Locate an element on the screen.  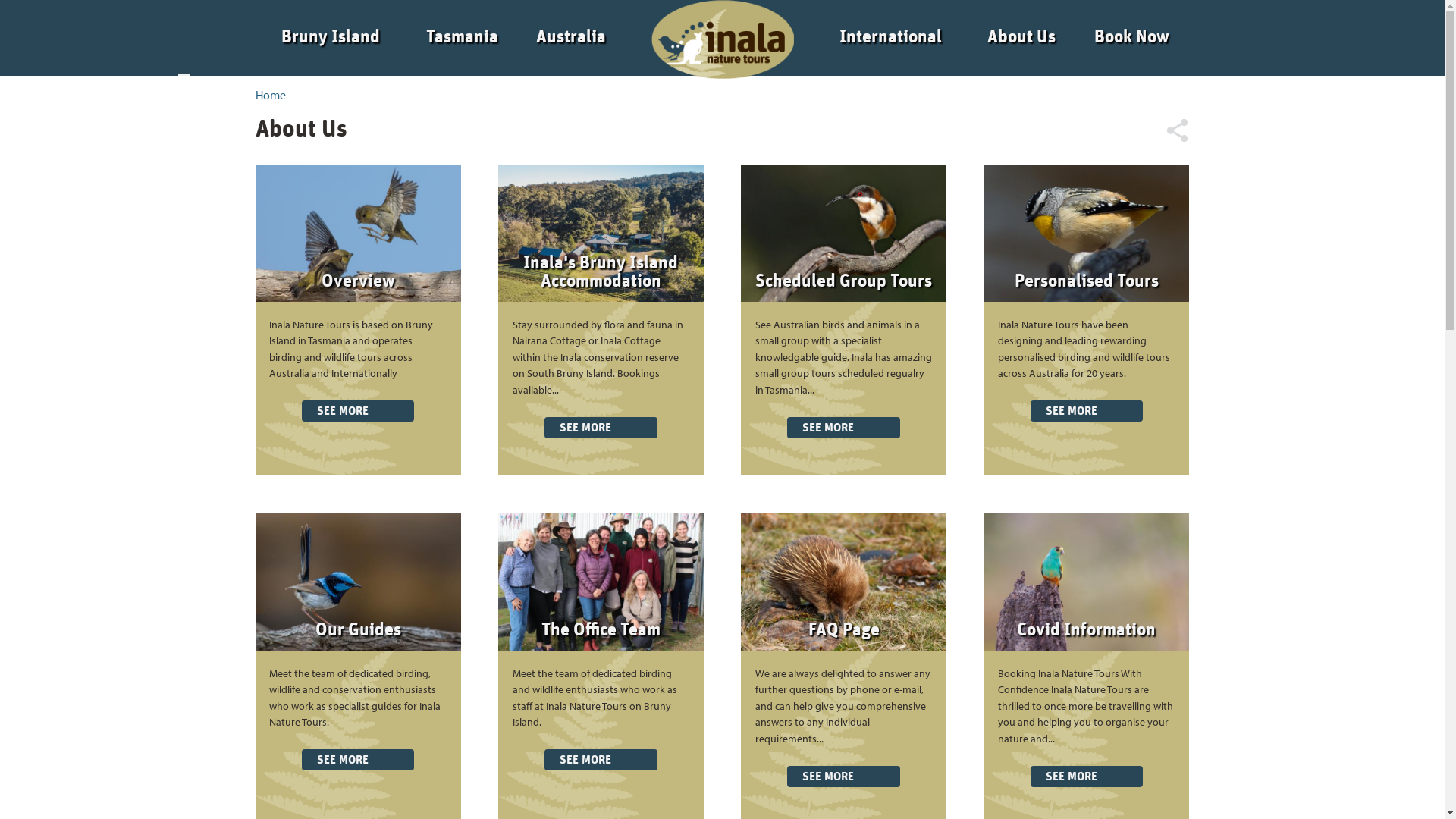
'Tasmania' is located at coordinates (461, 36).